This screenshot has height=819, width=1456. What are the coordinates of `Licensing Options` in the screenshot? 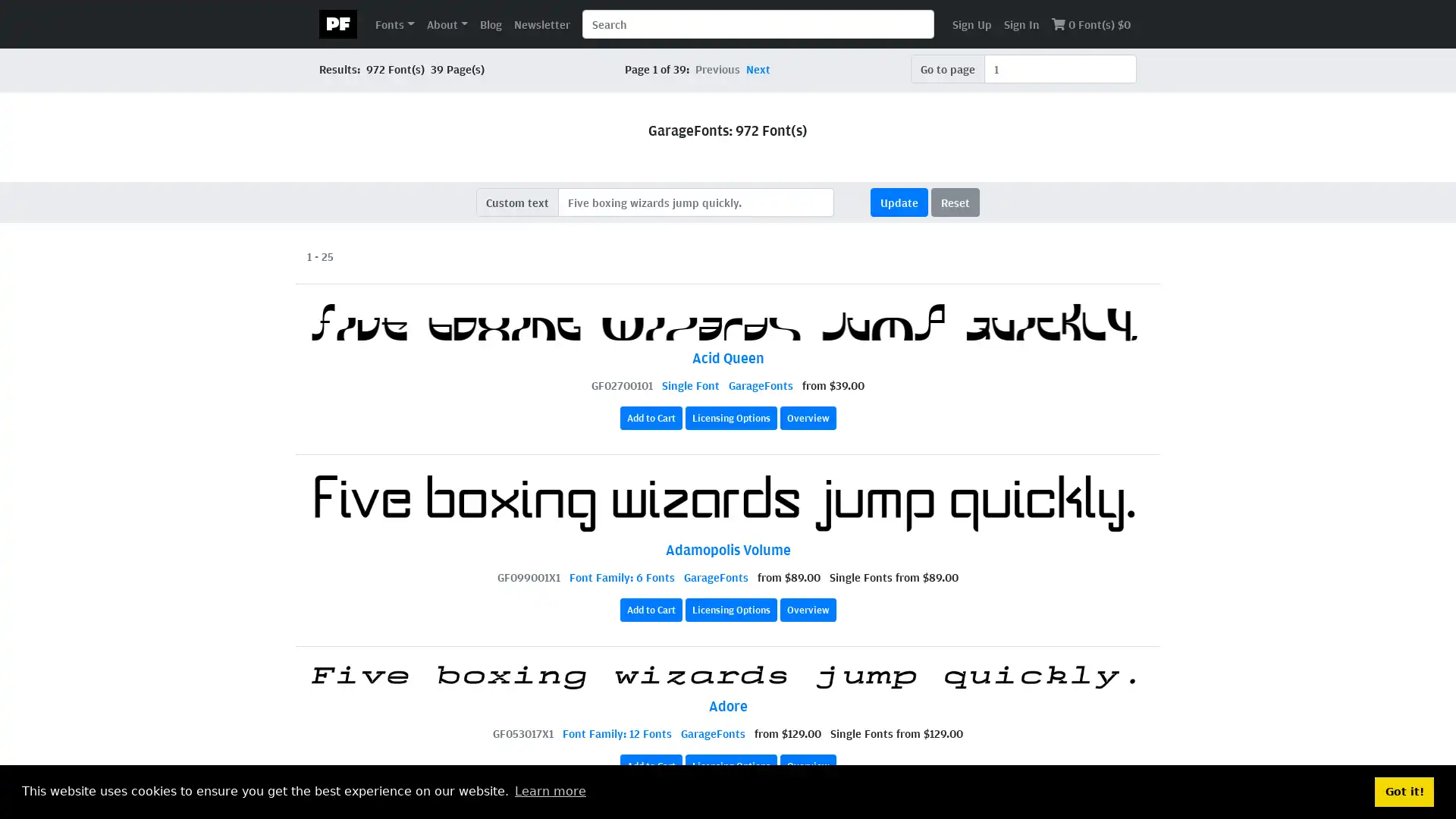 It's located at (730, 417).